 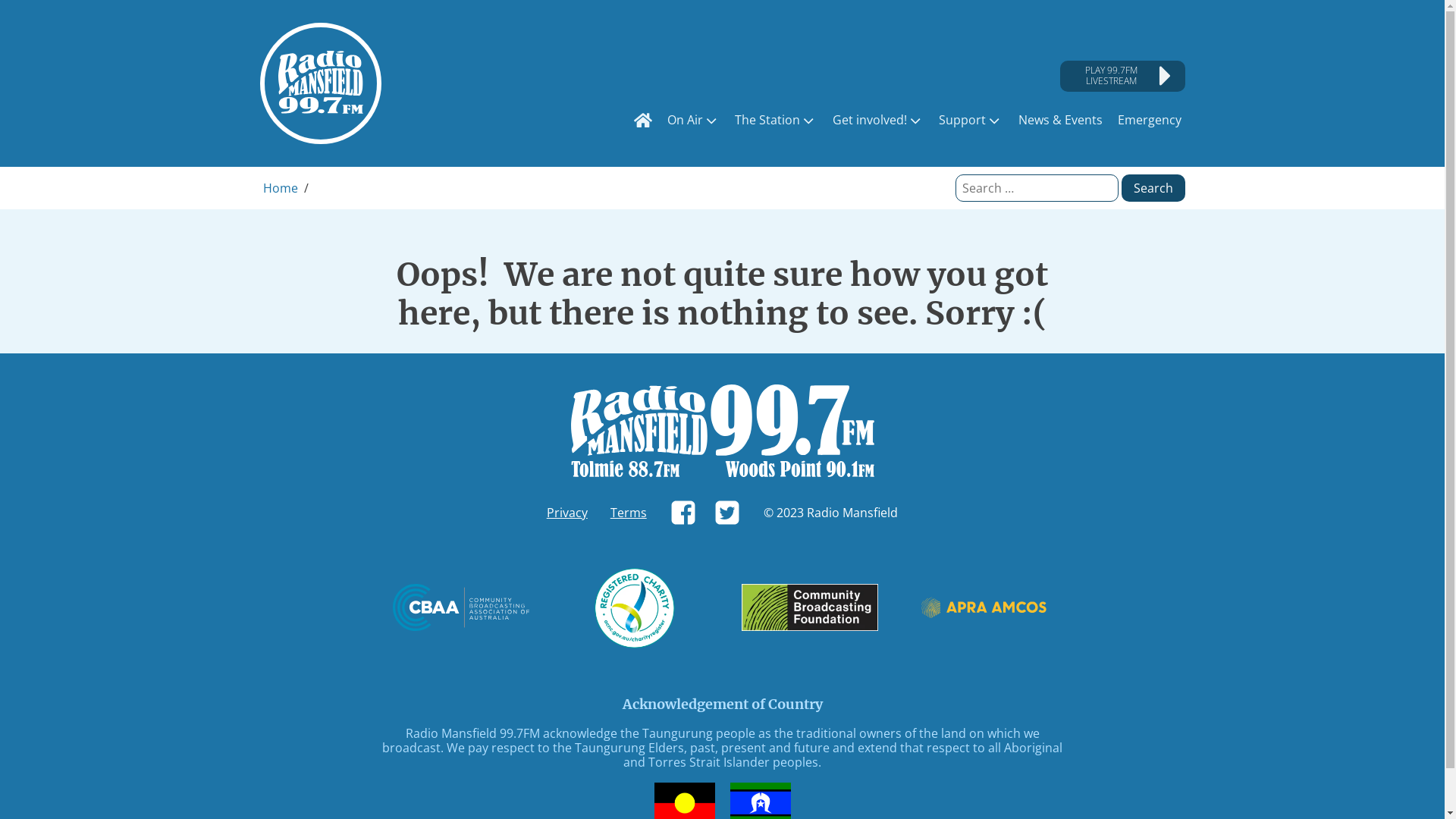 What do you see at coordinates (877, 119) in the screenshot?
I see `'Get involved!'` at bounding box center [877, 119].